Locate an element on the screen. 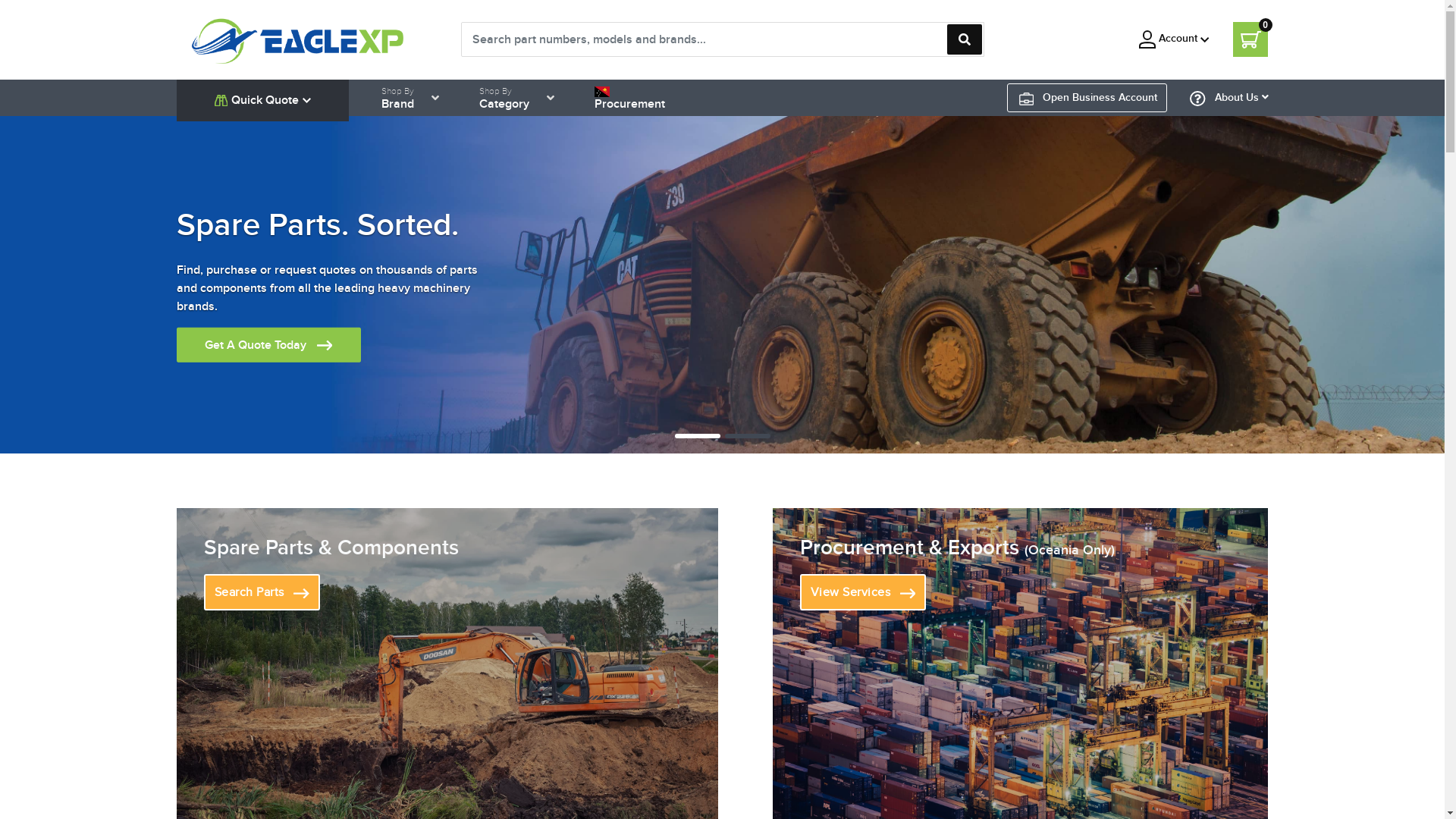 This screenshot has width=1456, height=819. 'EagleXP' is located at coordinates (298, 37).